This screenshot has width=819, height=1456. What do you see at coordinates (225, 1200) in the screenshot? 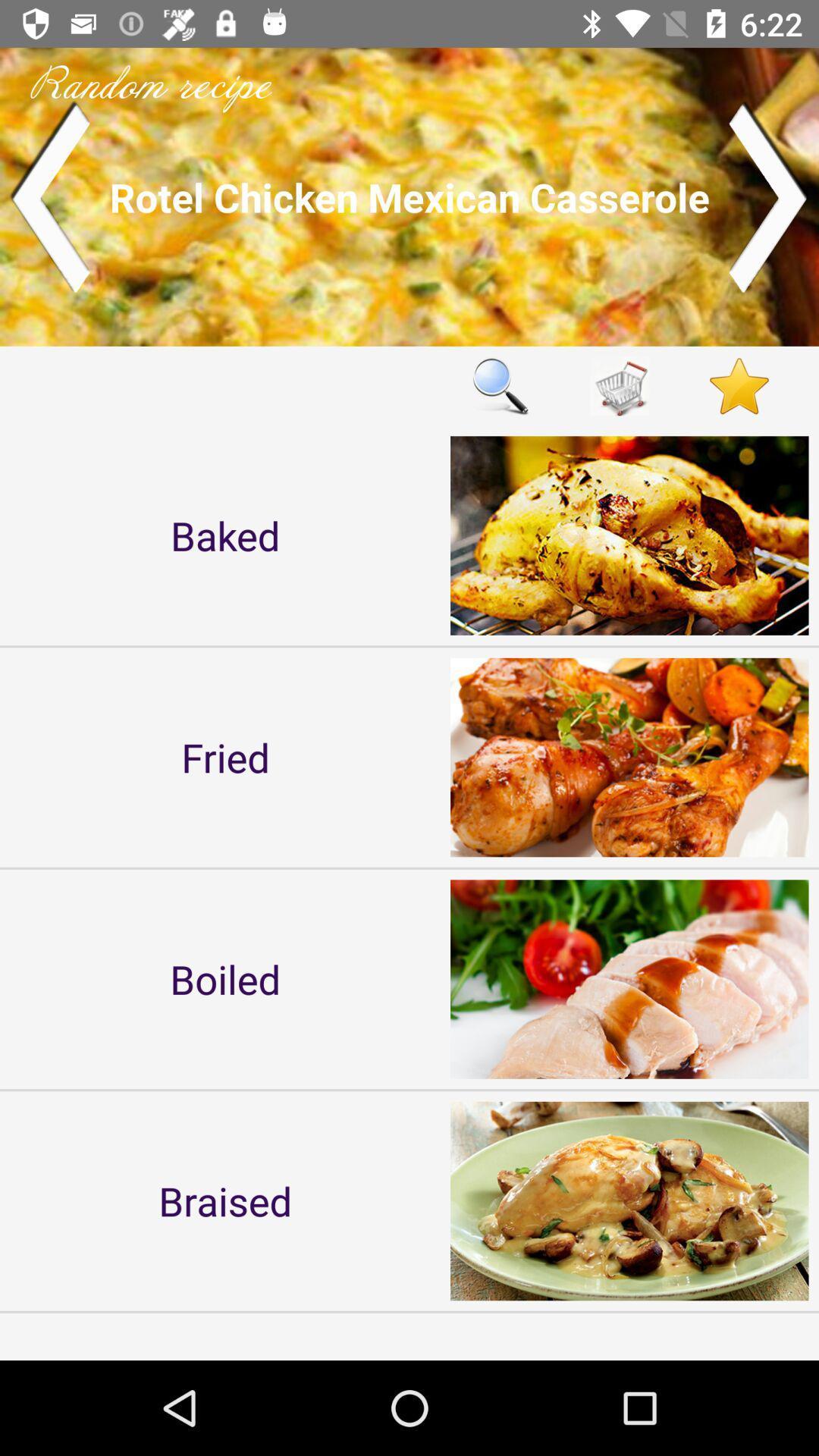
I see `braised` at bounding box center [225, 1200].